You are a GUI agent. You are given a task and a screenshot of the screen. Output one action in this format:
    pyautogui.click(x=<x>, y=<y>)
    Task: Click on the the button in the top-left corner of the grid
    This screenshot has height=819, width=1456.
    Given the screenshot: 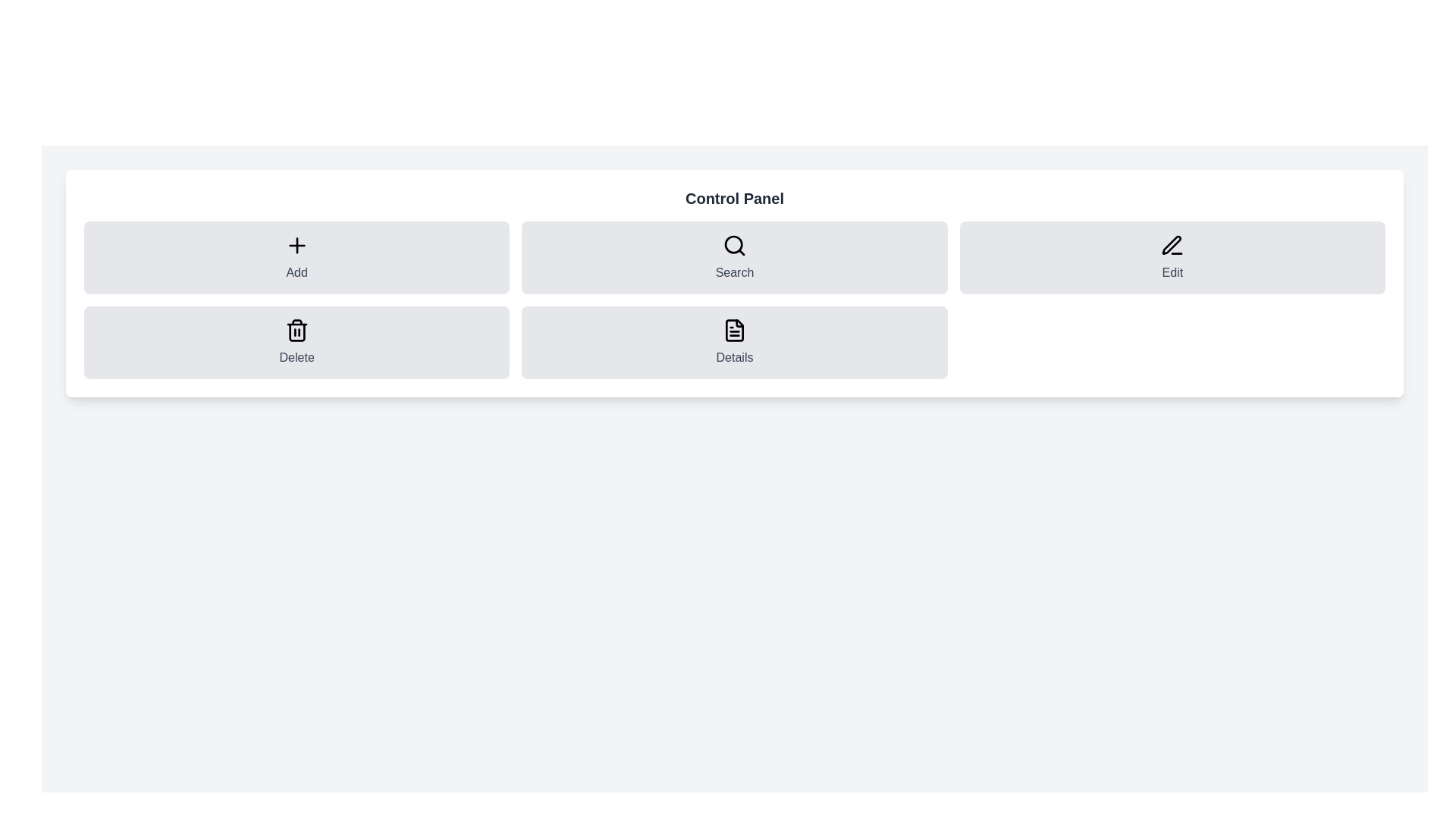 What is the action you would take?
    pyautogui.click(x=297, y=256)
    